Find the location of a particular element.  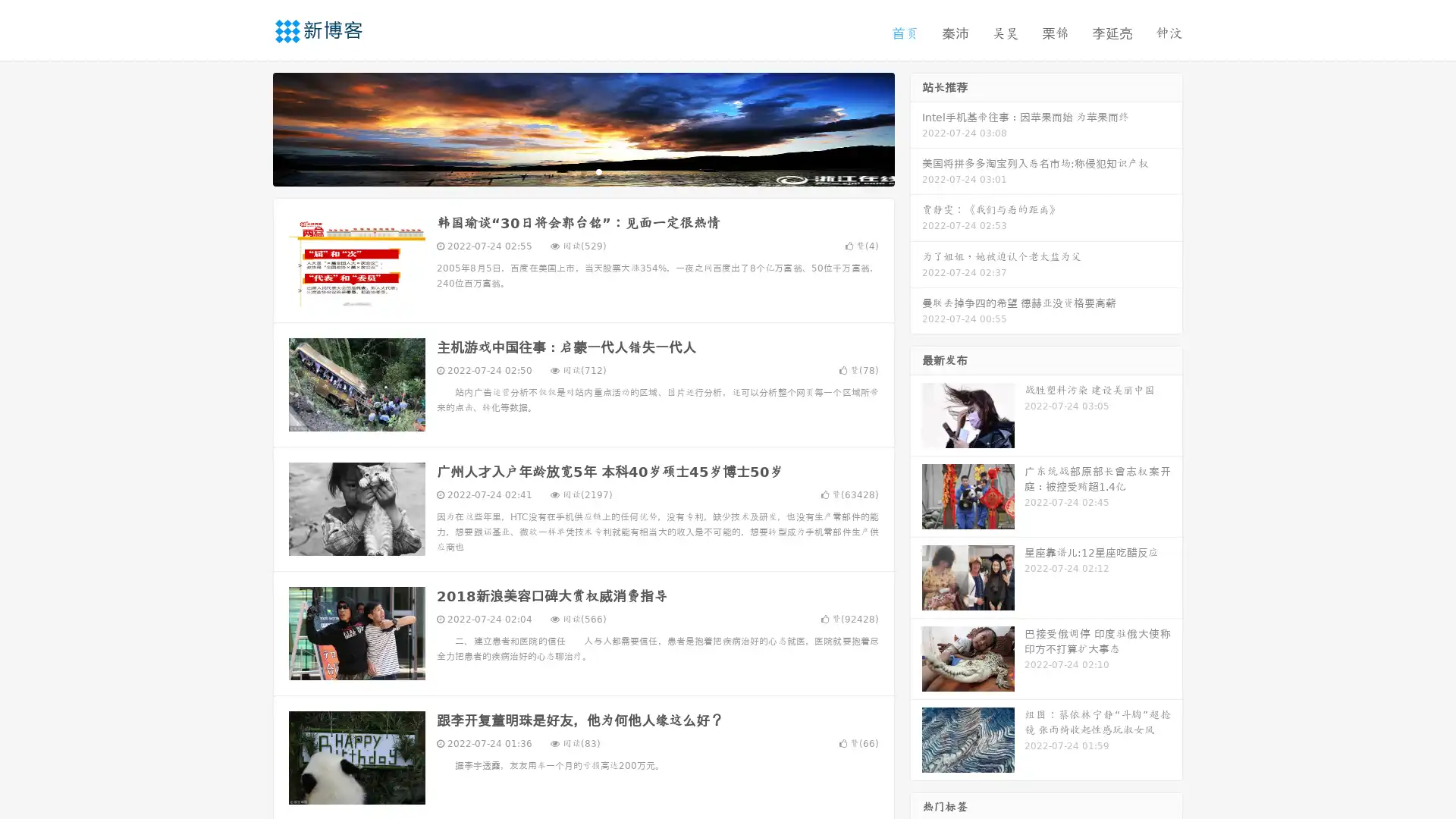

Go to slide 2 is located at coordinates (582, 171).